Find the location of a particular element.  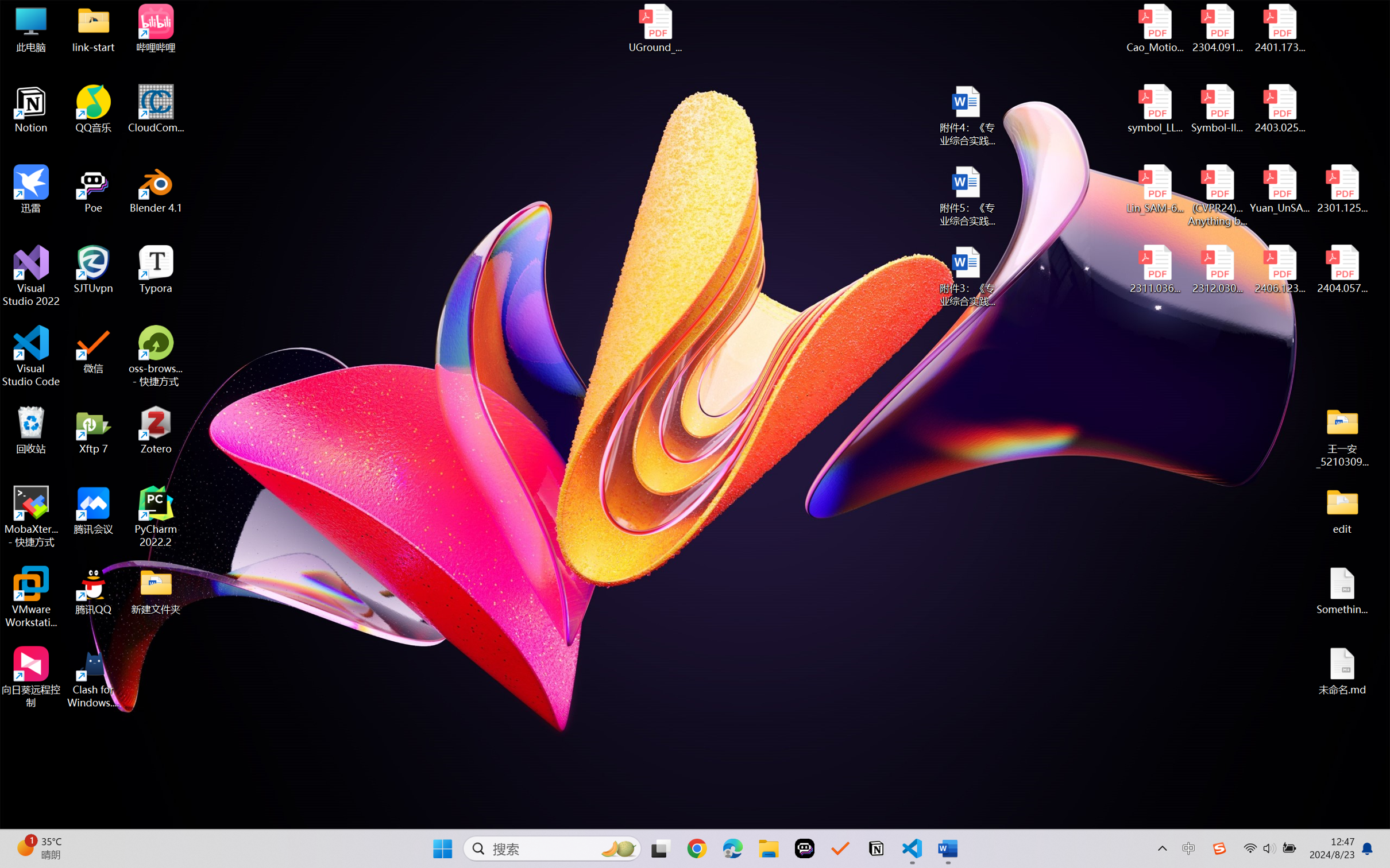

'2406.12373v2.pdf' is located at coordinates (1279, 269).